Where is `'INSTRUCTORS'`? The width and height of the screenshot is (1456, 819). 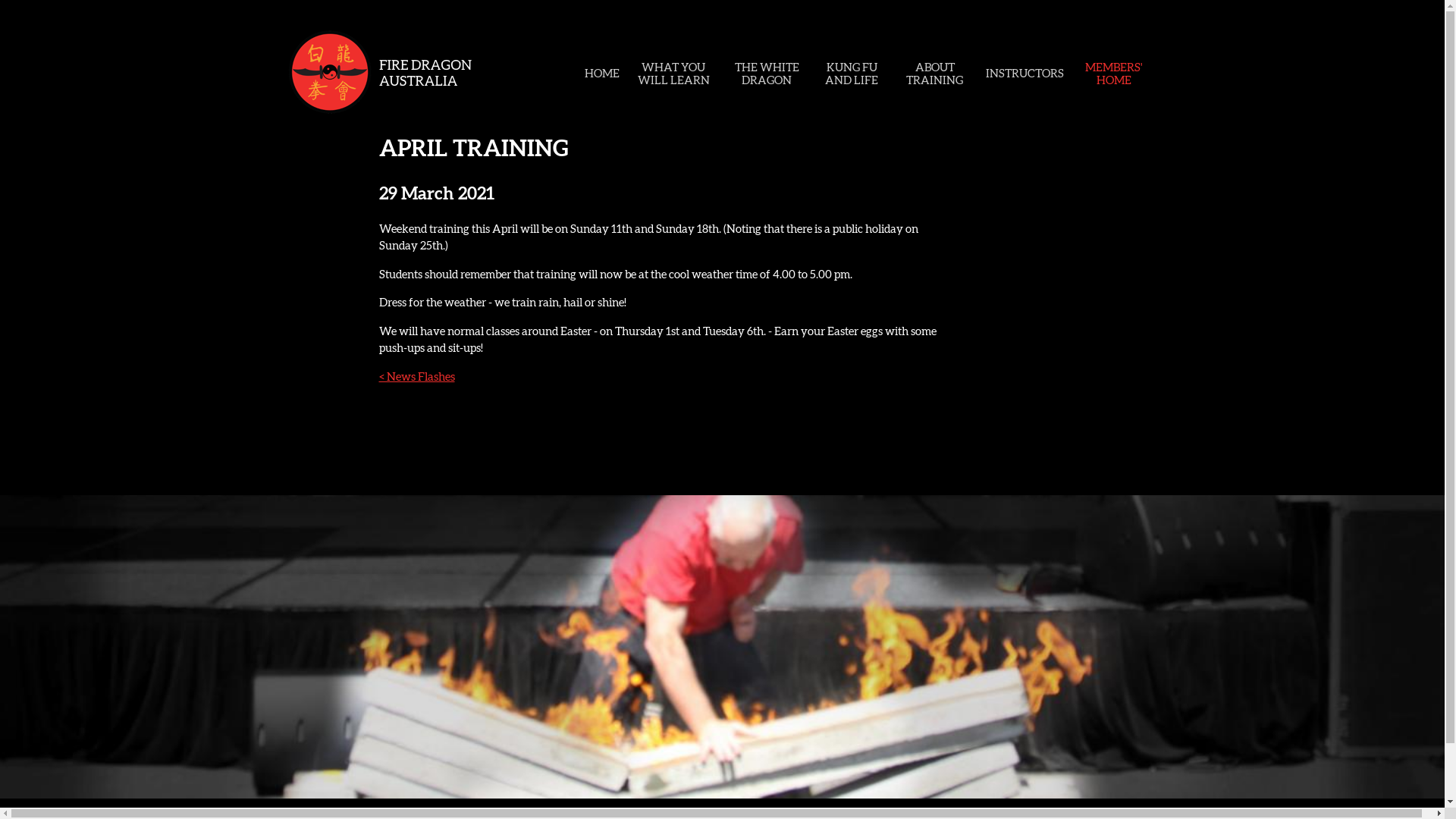 'INSTRUCTORS' is located at coordinates (1025, 73).